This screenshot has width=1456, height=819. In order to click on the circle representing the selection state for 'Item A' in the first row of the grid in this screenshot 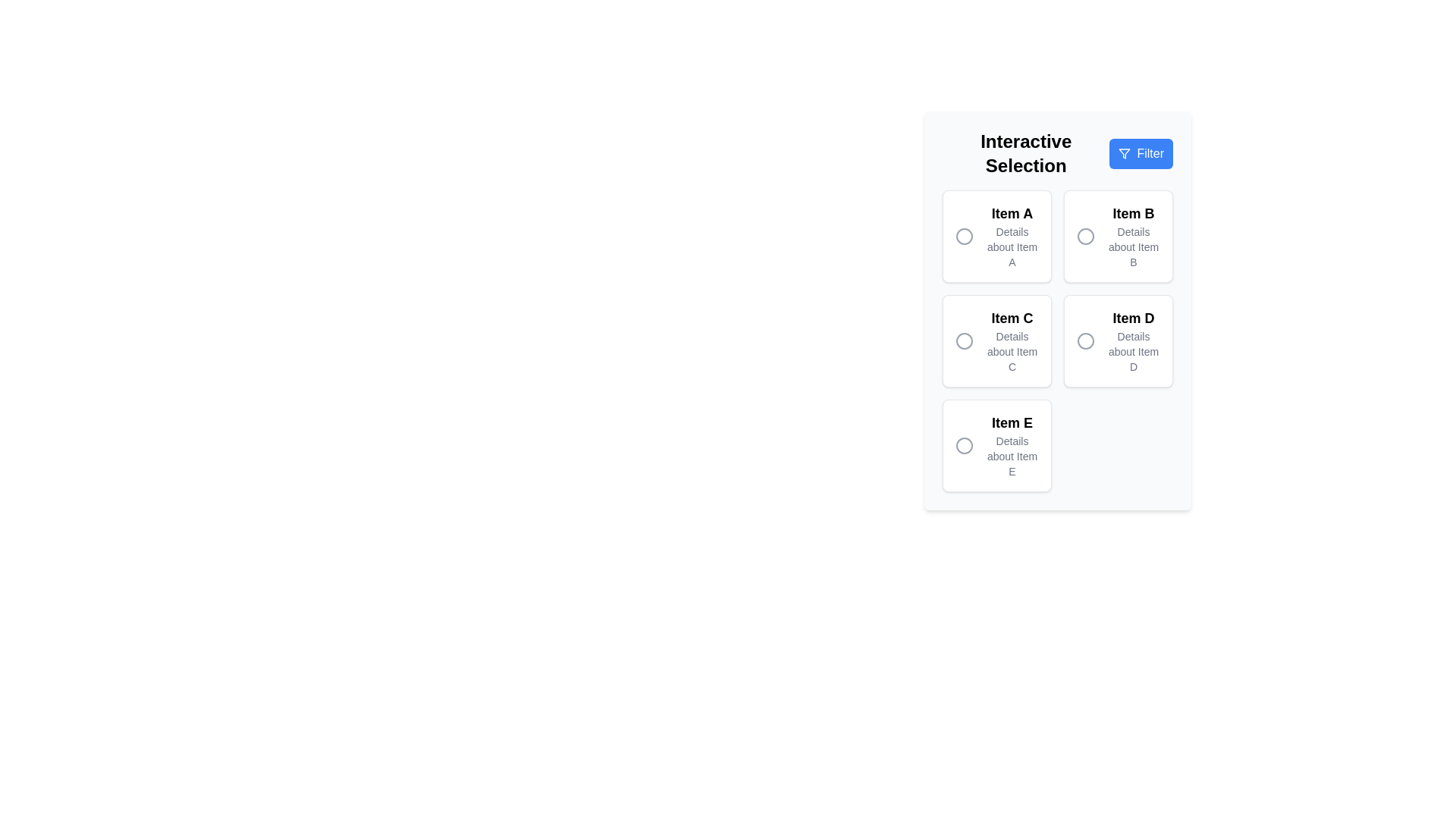, I will do `click(964, 237)`.